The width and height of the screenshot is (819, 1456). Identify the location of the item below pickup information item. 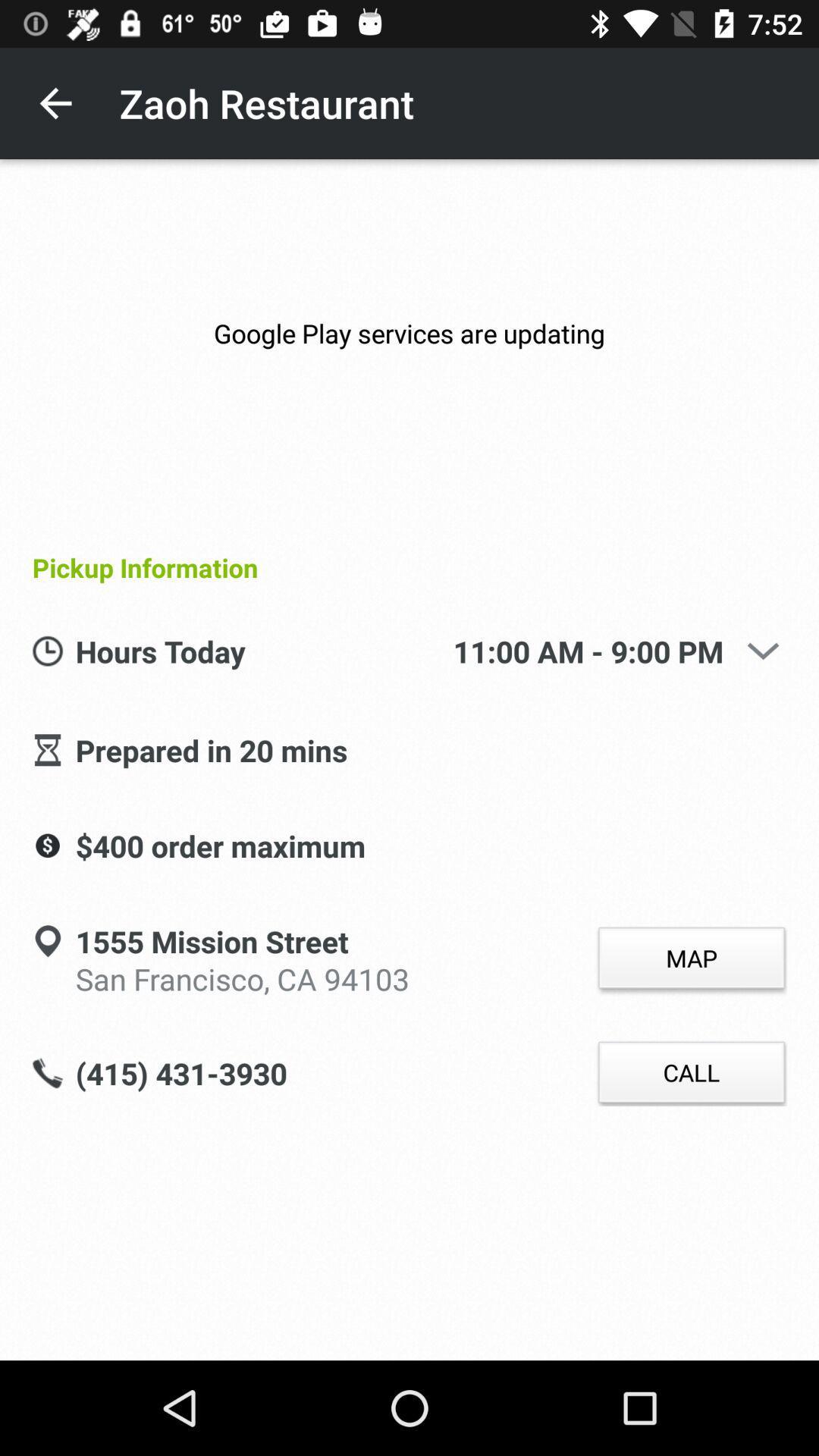
(763, 651).